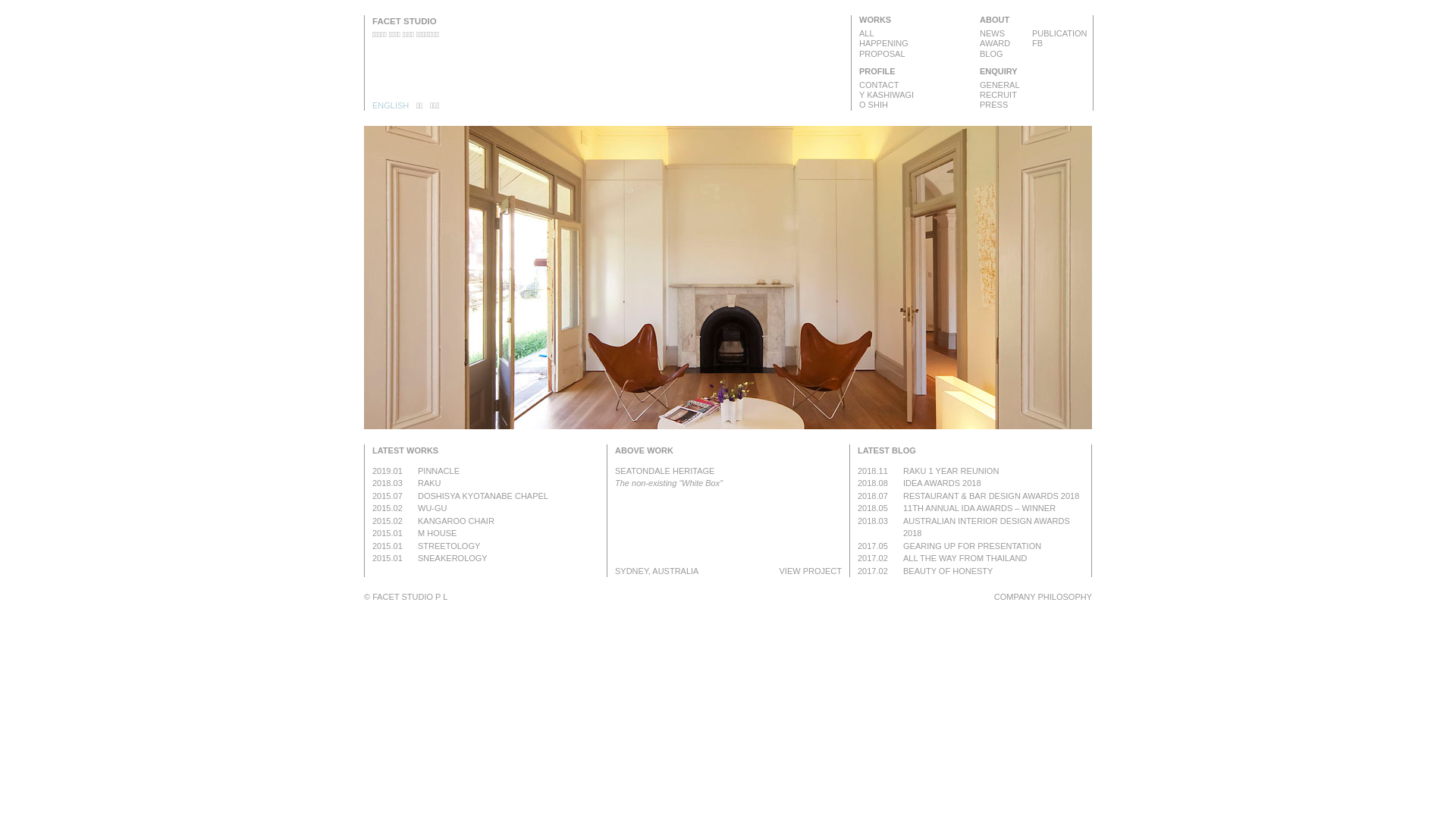 Image resolution: width=1456 pixels, height=819 pixels. Describe the element at coordinates (1008, 33) in the screenshot. I see `'NEWS'` at that location.